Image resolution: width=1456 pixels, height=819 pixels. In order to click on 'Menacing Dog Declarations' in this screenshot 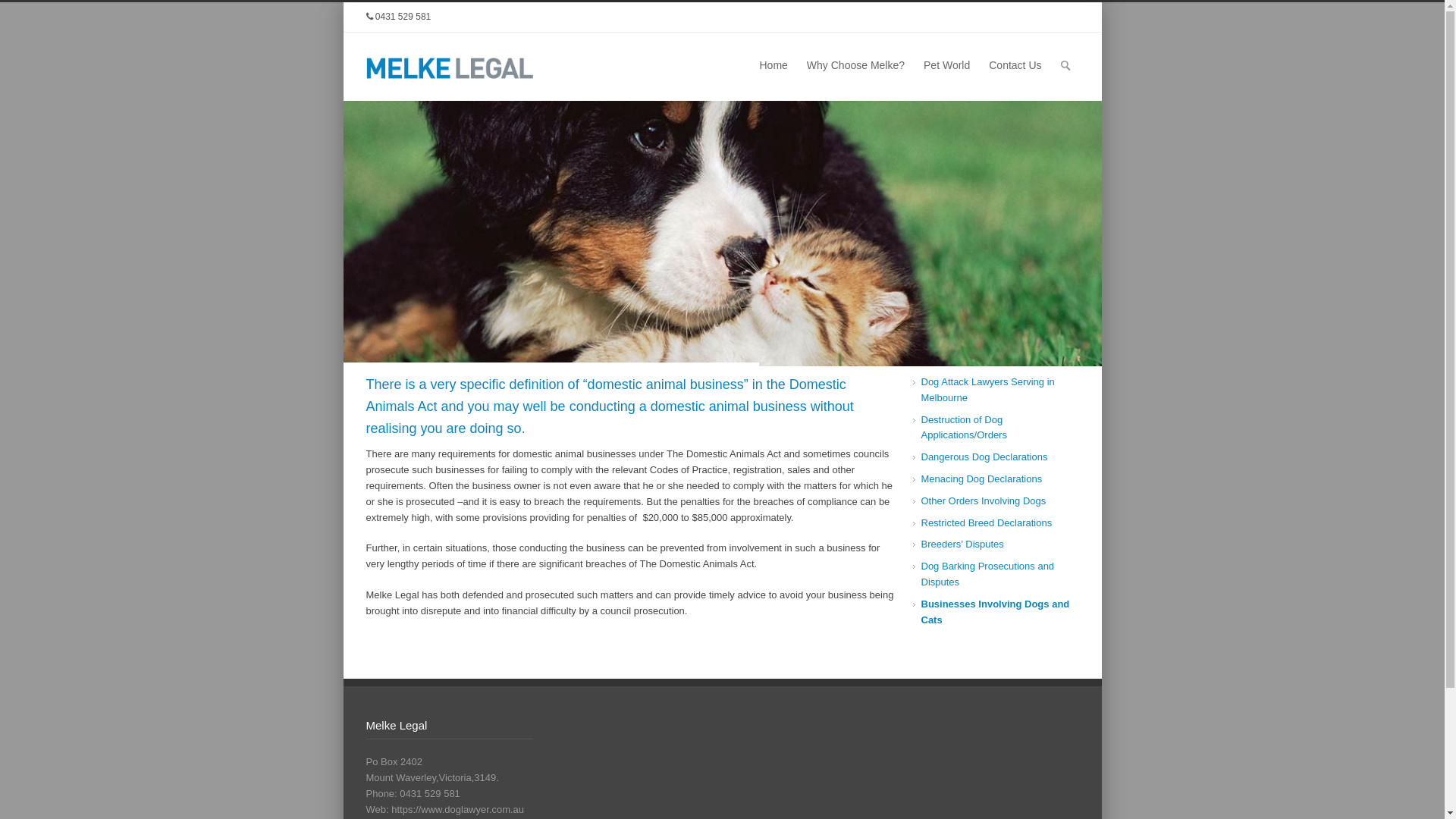, I will do `click(981, 479)`.